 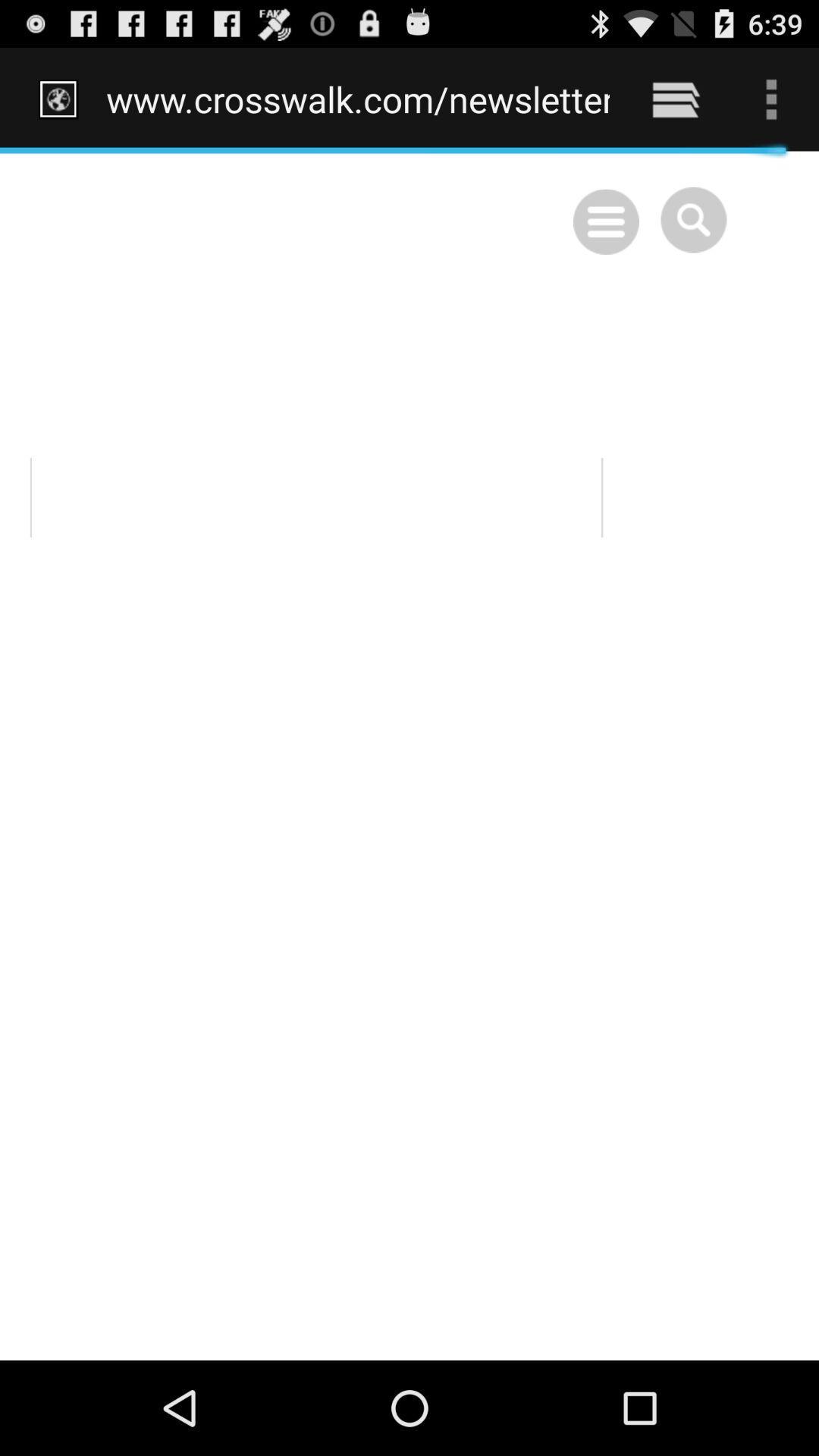 I want to click on item next to the www crosswalk com icon, so click(x=675, y=99).